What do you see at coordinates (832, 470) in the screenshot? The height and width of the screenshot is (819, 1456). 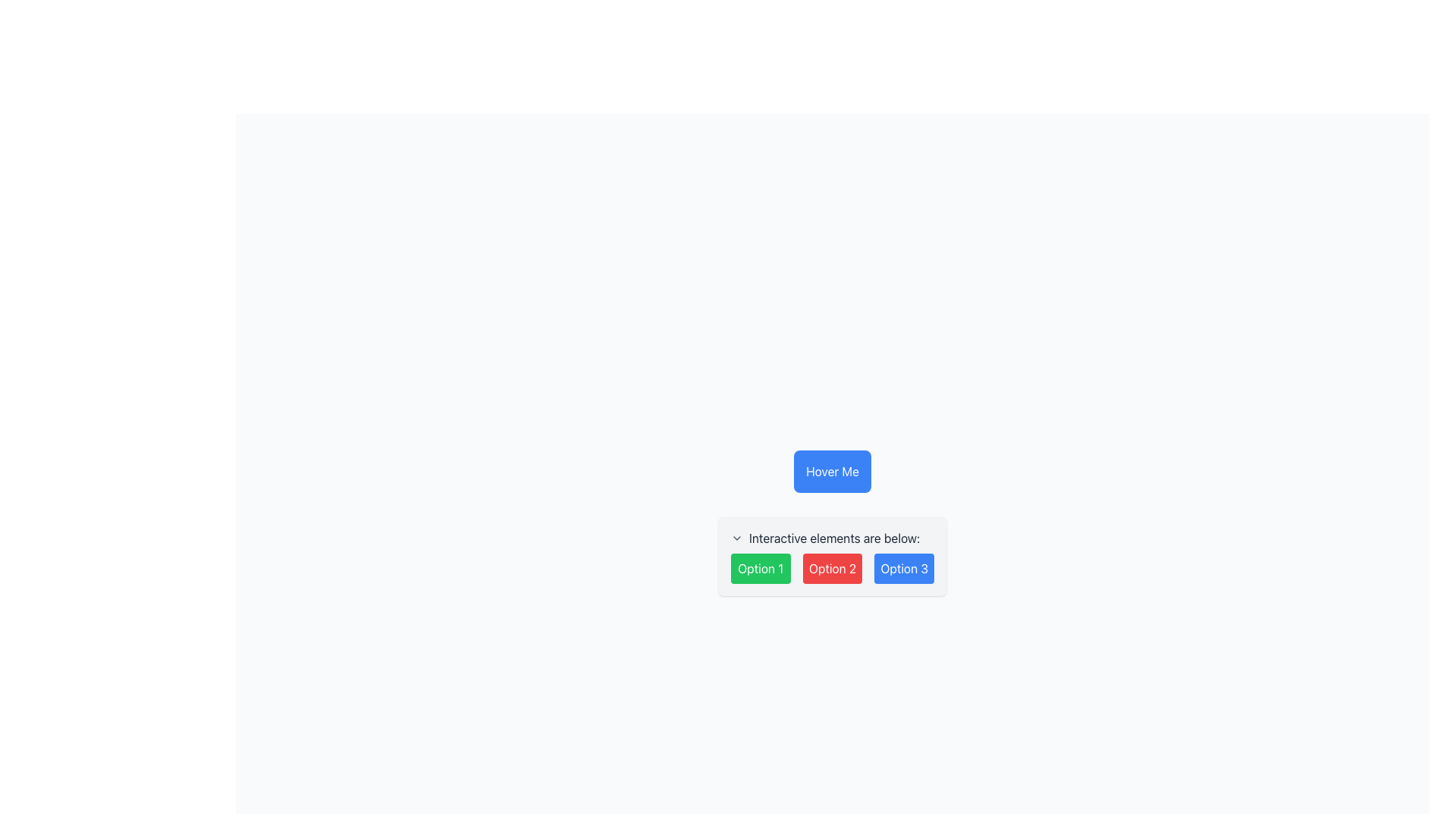 I see `the 'Hover Me' text label located within the blue rounded button situated above the smaller option buttons` at bounding box center [832, 470].